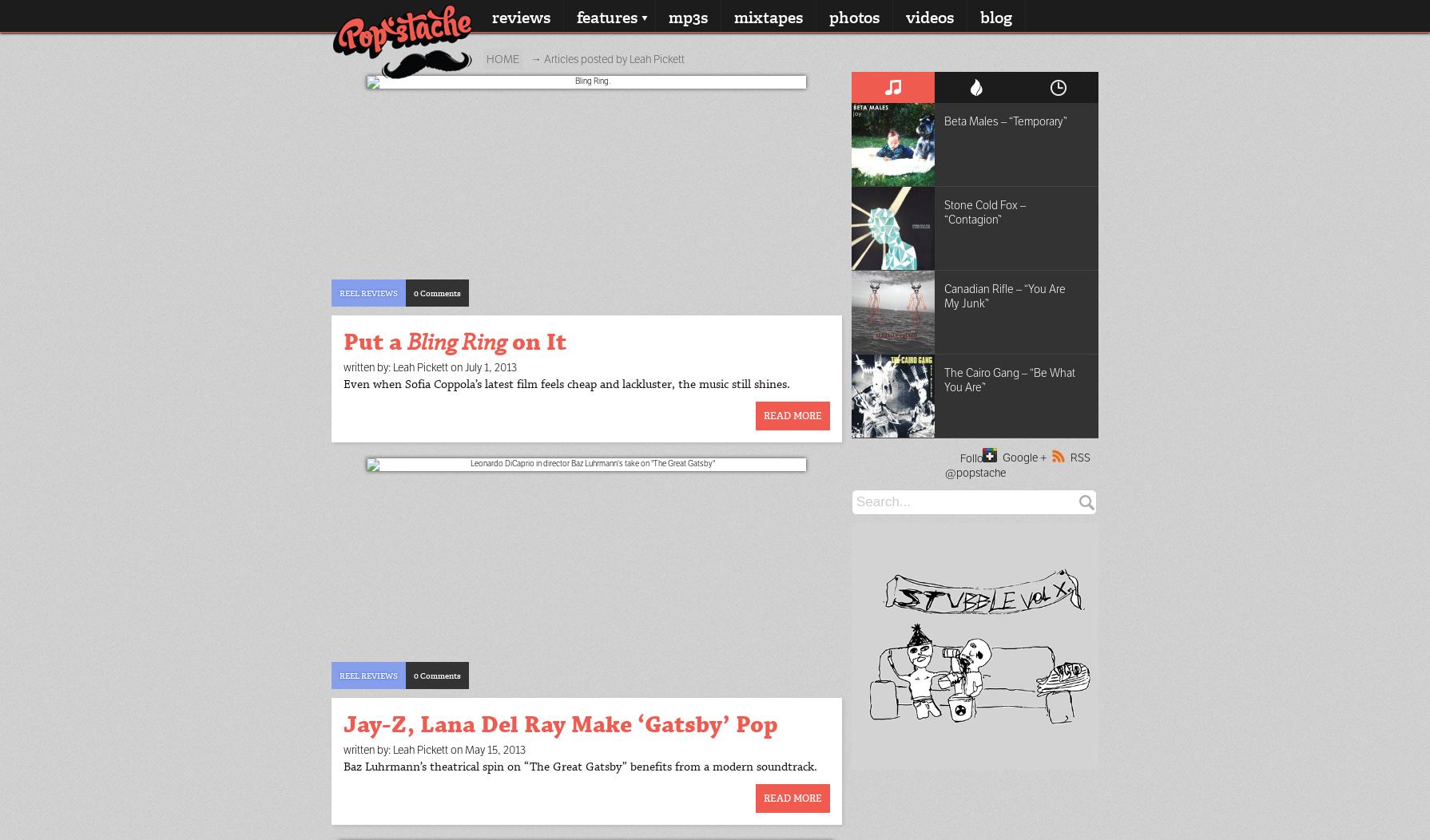  I want to click on 'Stone Cold Fox – “Contagion”', so click(984, 212).